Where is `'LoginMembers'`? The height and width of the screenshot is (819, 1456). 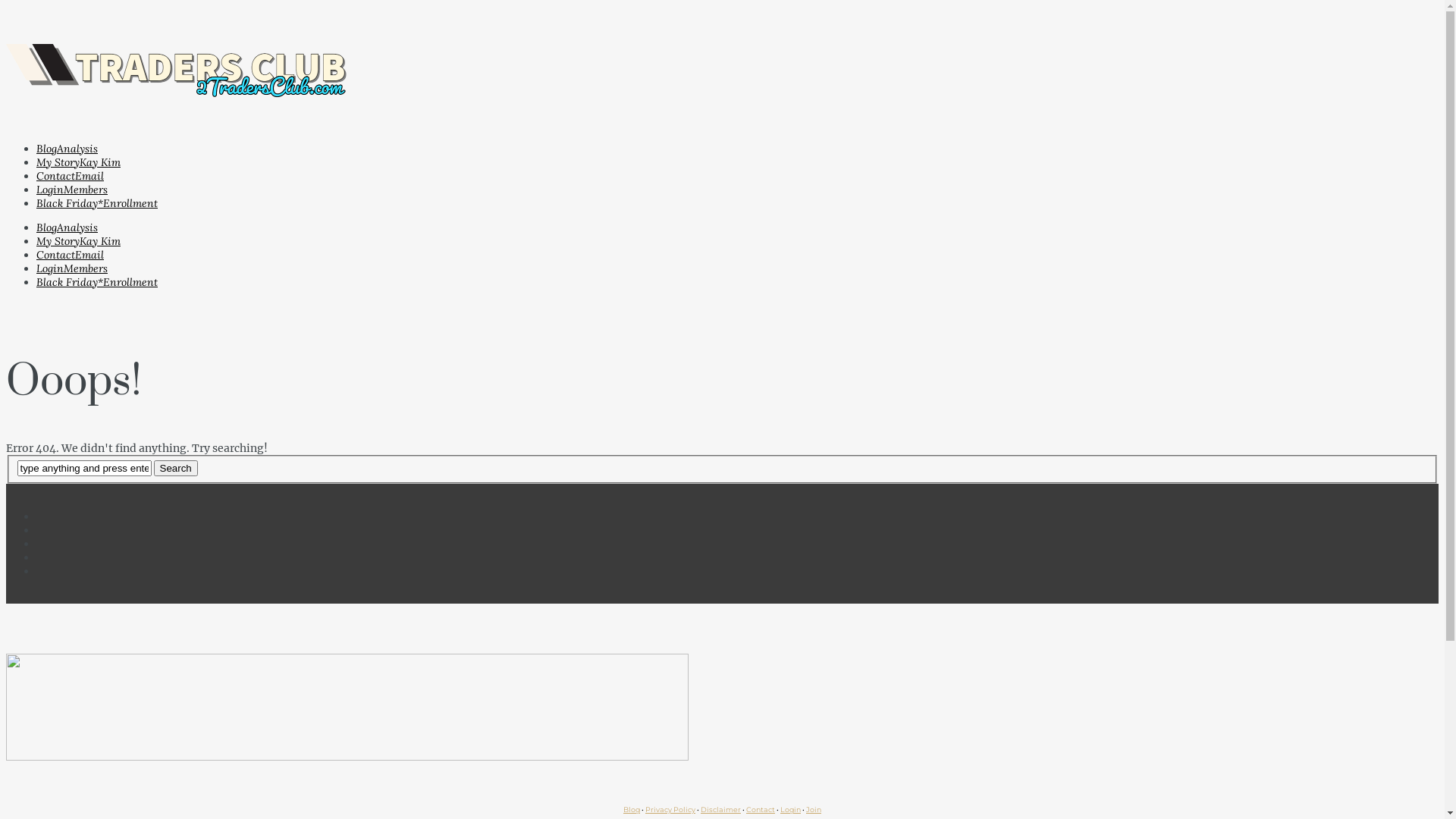 'LoginMembers' is located at coordinates (36, 267).